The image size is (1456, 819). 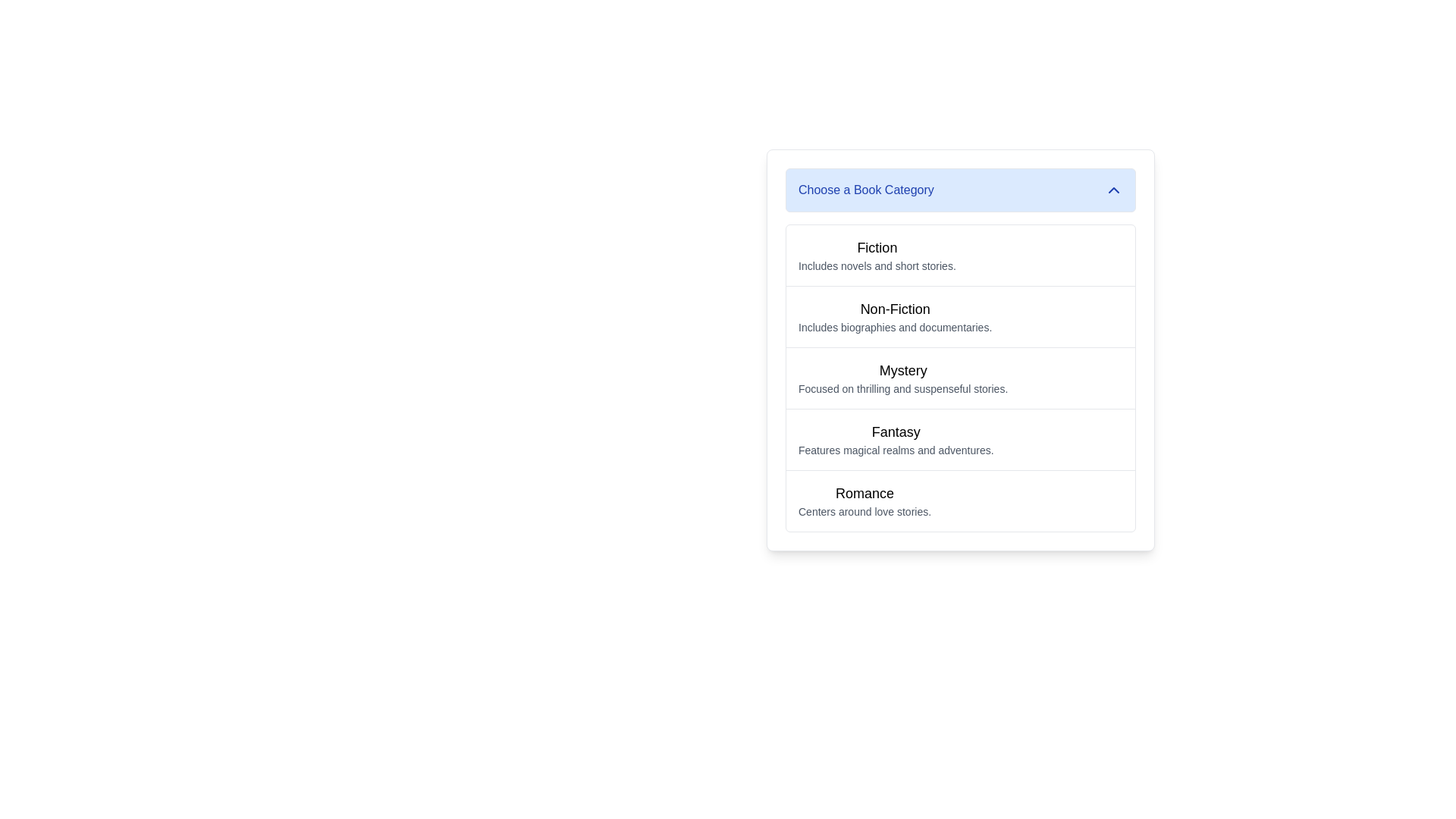 What do you see at coordinates (903, 371) in the screenshot?
I see `the 'Mystery' category text label, which serves as a header for the category and is positioned centrally above the descriptive text` at bounding box center [903, 371].